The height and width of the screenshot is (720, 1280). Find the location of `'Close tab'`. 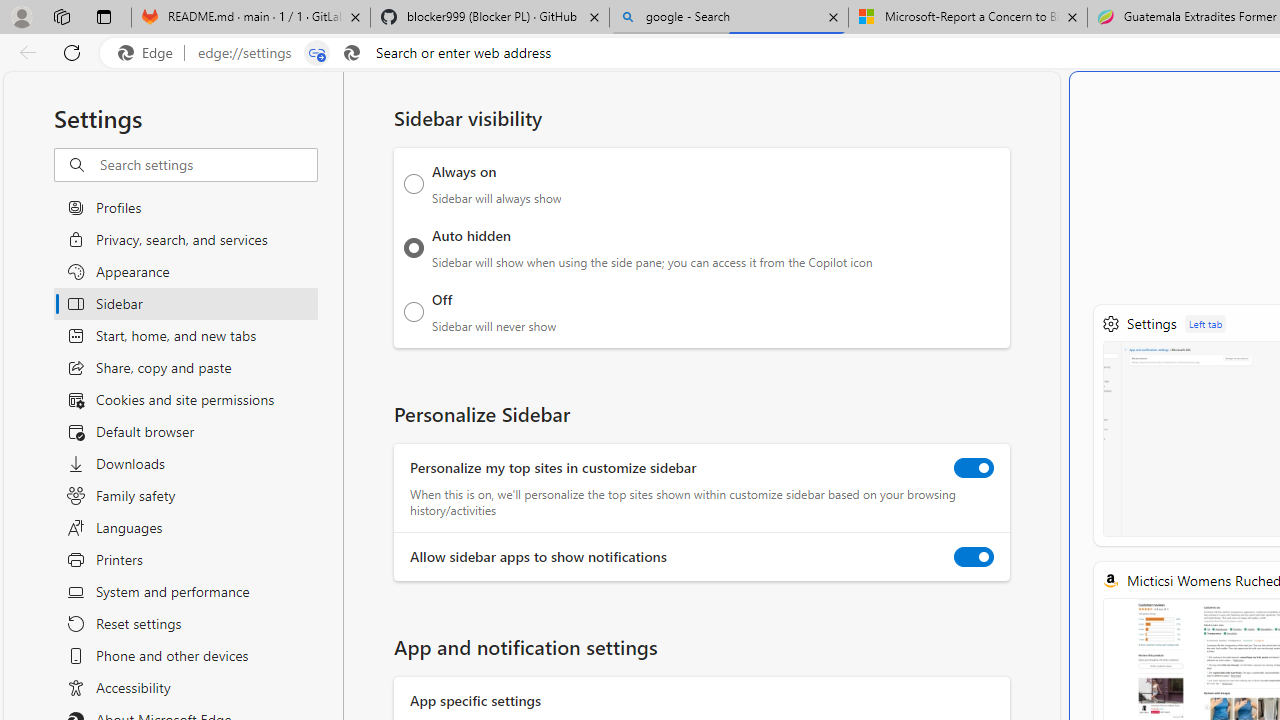

'Close tab' is located at coordinates (1071, 17).